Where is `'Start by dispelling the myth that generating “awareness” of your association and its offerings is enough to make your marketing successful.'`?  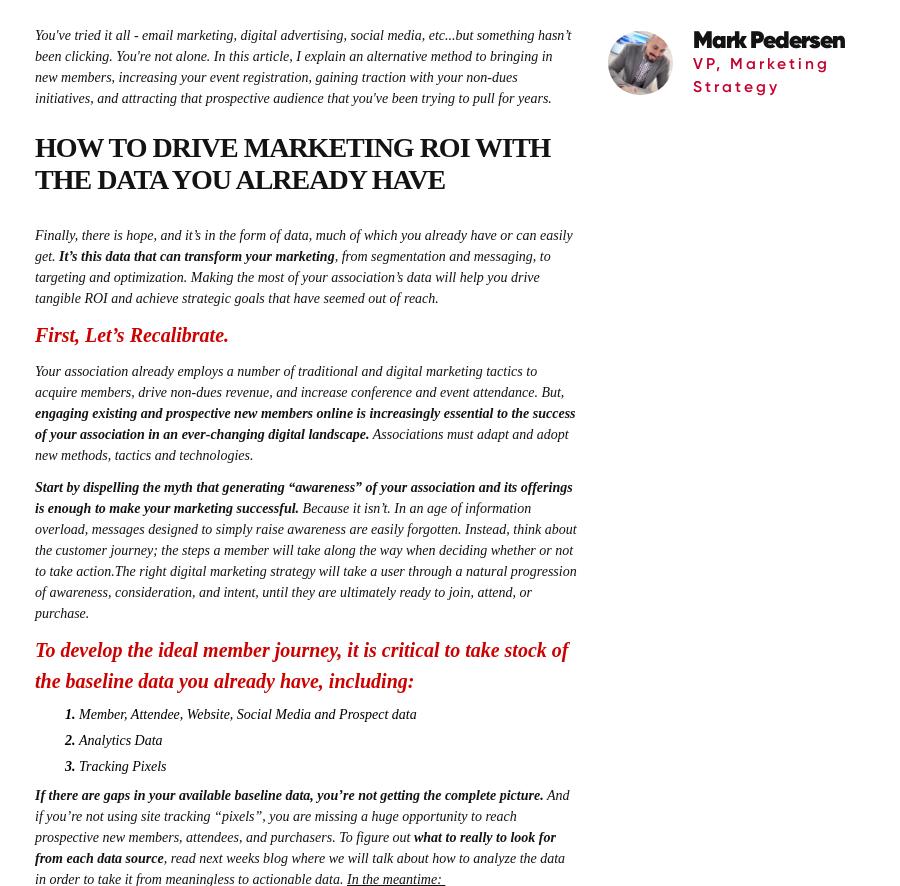 'Start by dispelling the myth that generating “awareness” of your association and its offerings is enough to make your marketing successful.' is located at coordinates (302, 497).